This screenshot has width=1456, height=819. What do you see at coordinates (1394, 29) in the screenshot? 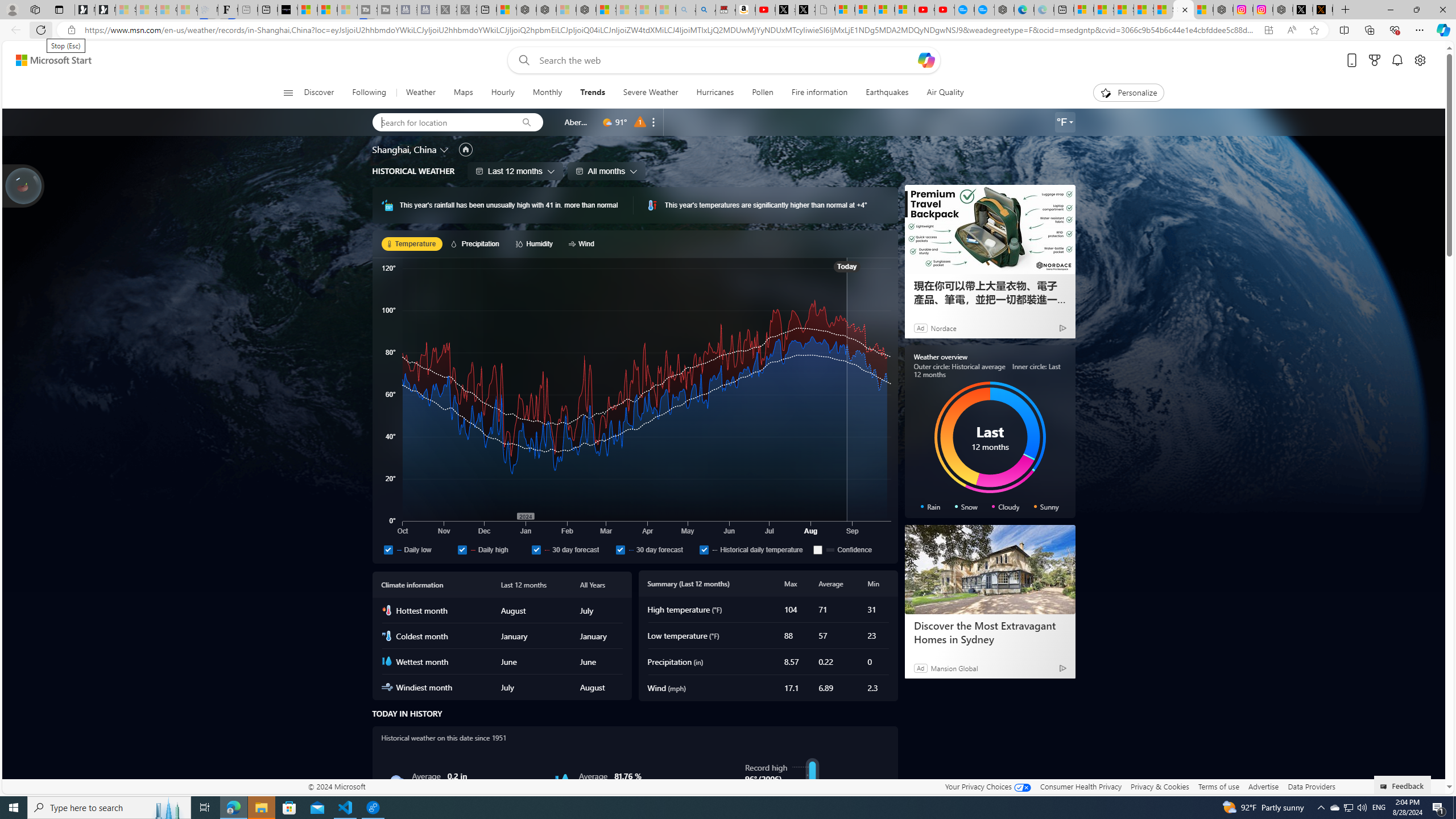
I see `'Browser essentials'` at bounding box center [1394, 29].